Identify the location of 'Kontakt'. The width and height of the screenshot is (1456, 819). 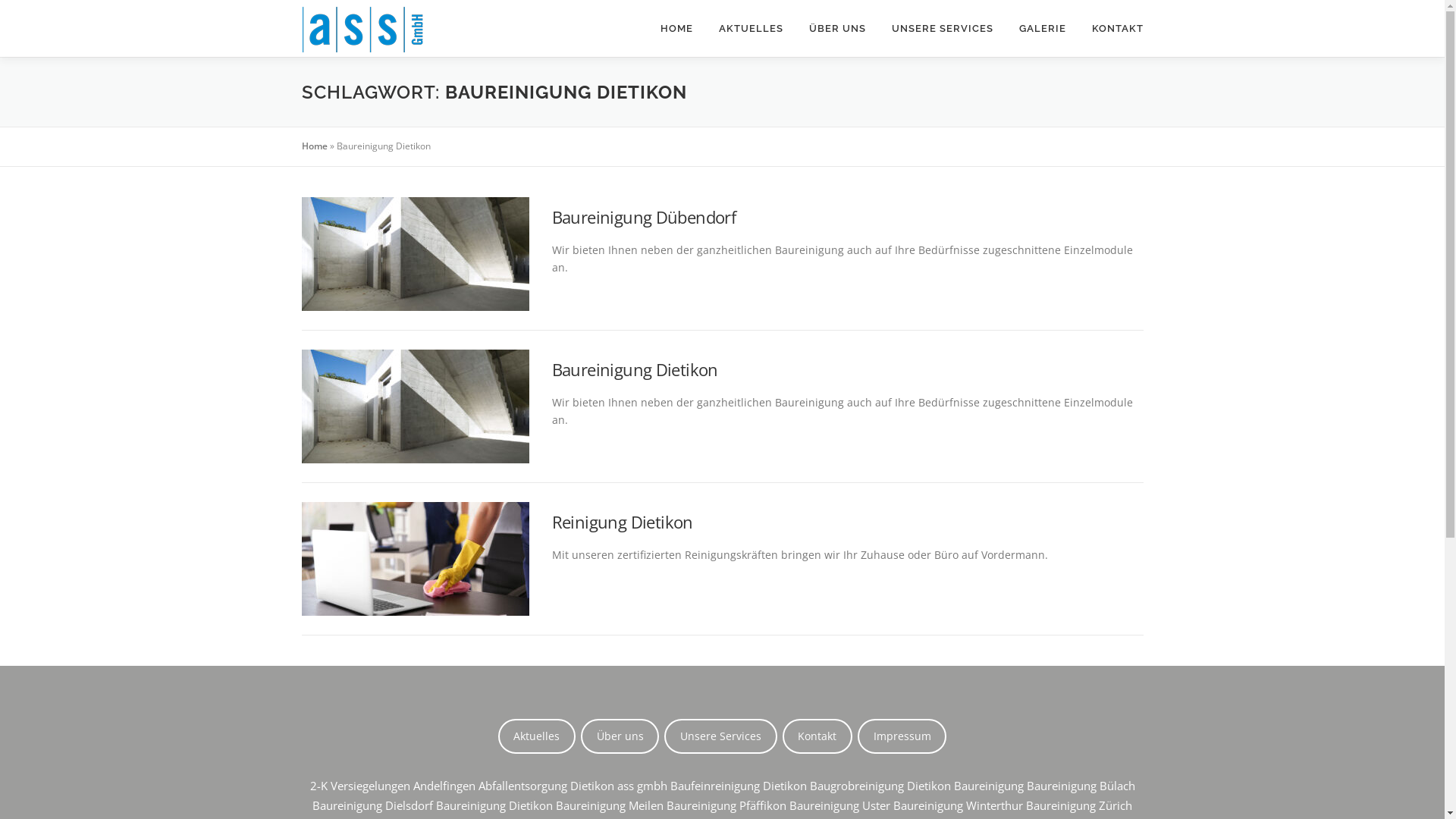
(817, 736).